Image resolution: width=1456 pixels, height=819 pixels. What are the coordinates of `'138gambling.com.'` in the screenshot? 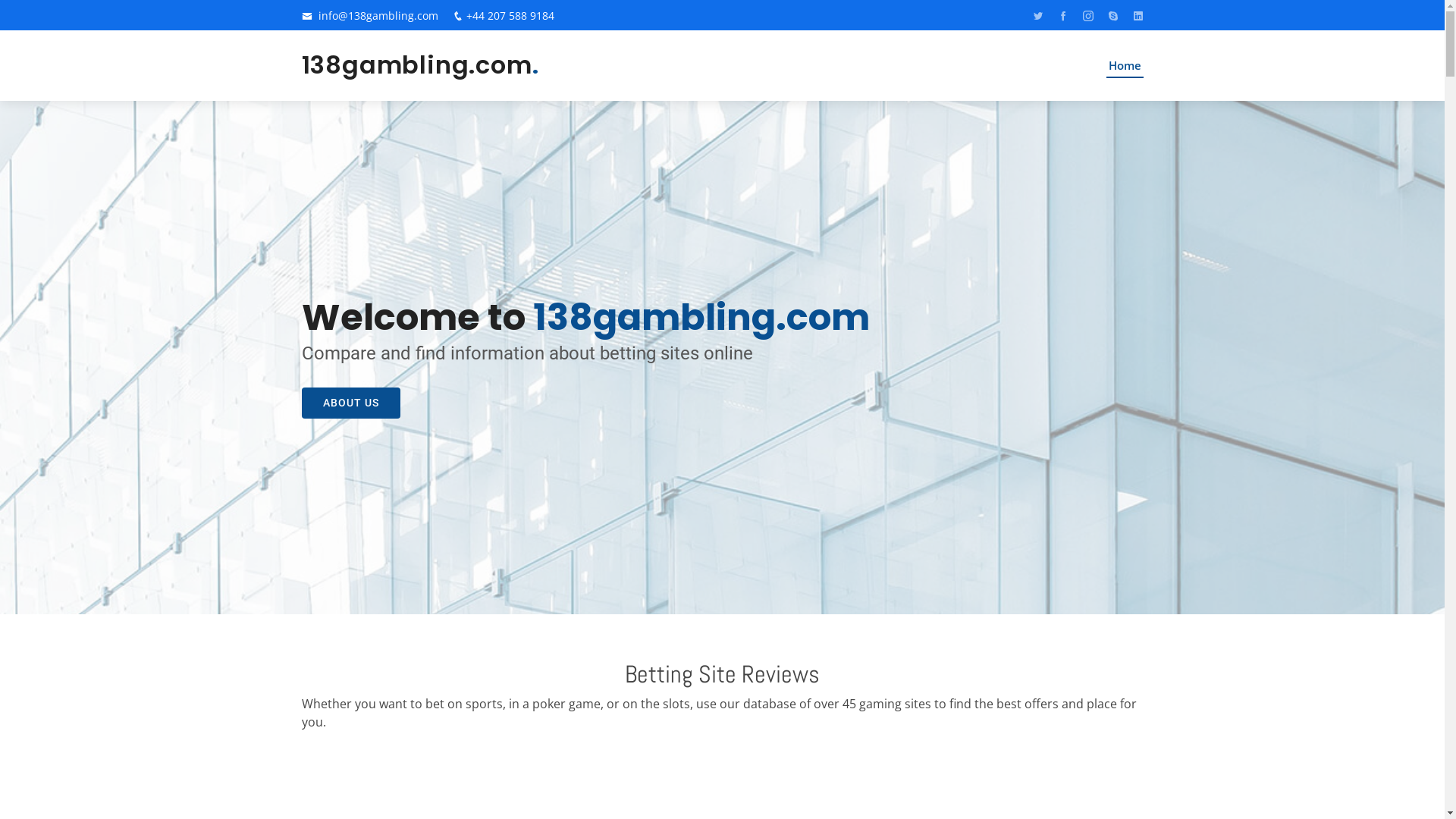 It's located at (420, 64).